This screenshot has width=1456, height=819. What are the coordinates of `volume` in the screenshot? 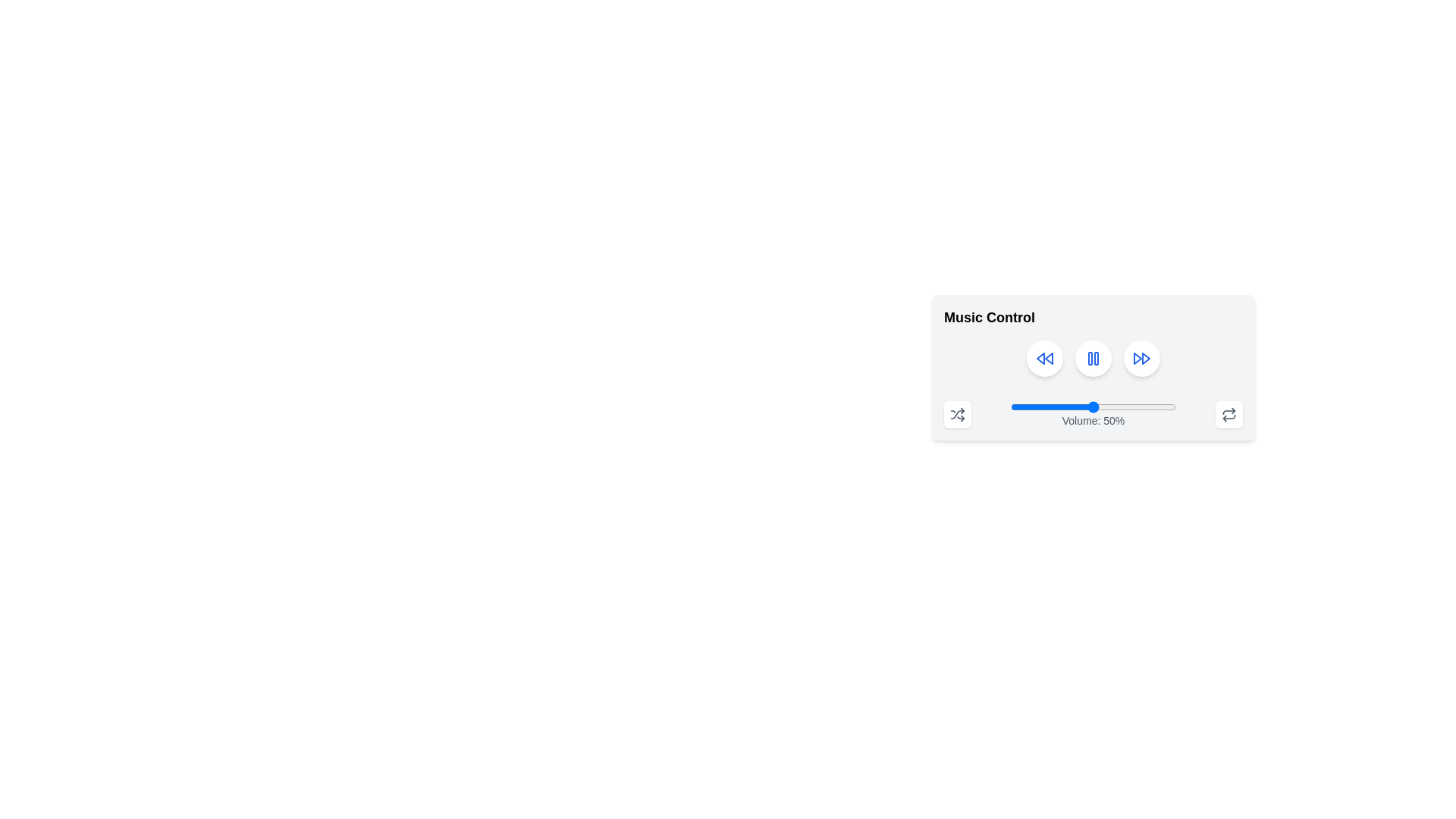 It's located at (1100, 406).